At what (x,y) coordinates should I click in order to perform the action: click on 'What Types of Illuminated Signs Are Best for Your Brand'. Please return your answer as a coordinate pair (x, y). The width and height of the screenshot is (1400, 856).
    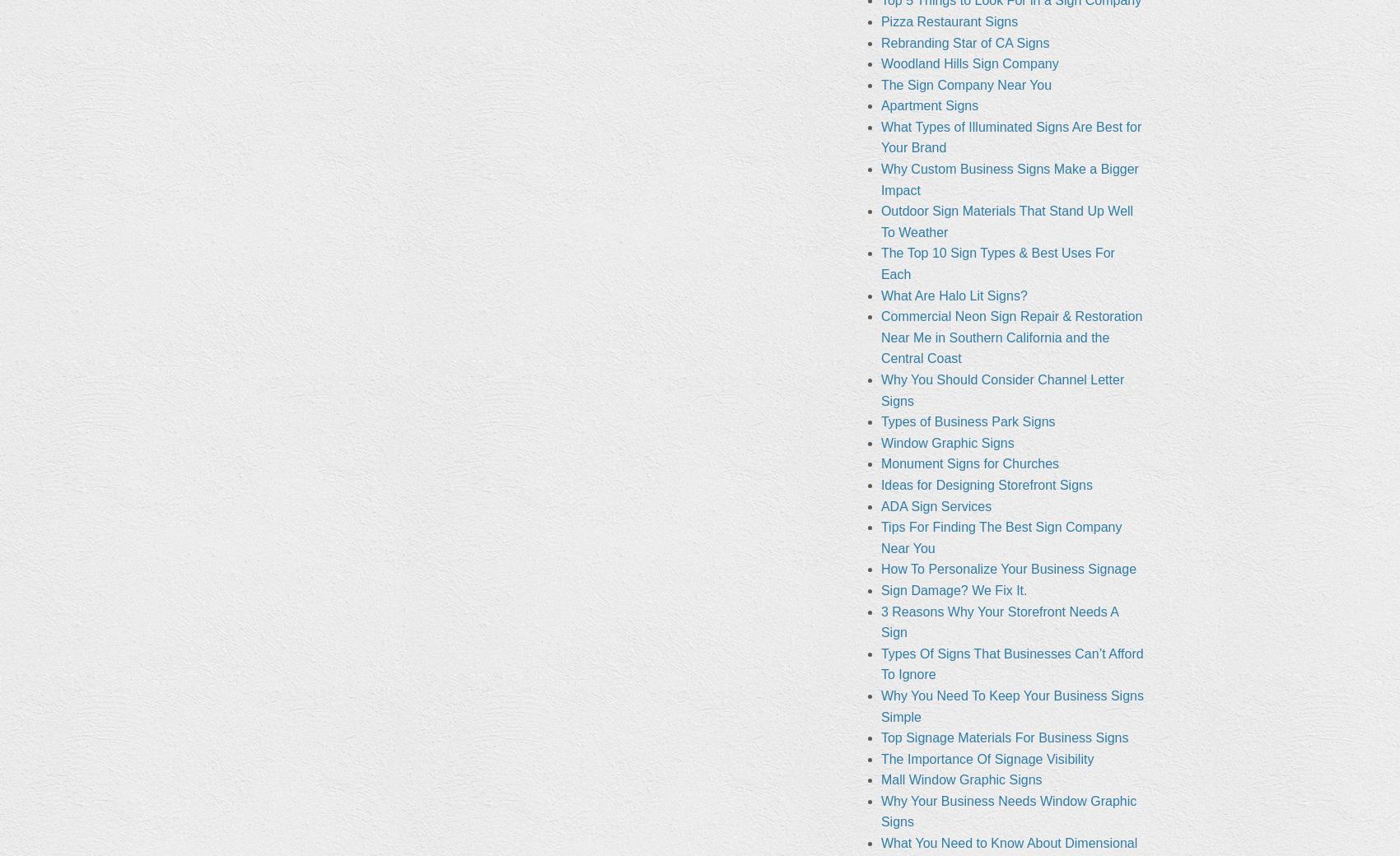
    Looking at the image, I should click on (1010, 137).